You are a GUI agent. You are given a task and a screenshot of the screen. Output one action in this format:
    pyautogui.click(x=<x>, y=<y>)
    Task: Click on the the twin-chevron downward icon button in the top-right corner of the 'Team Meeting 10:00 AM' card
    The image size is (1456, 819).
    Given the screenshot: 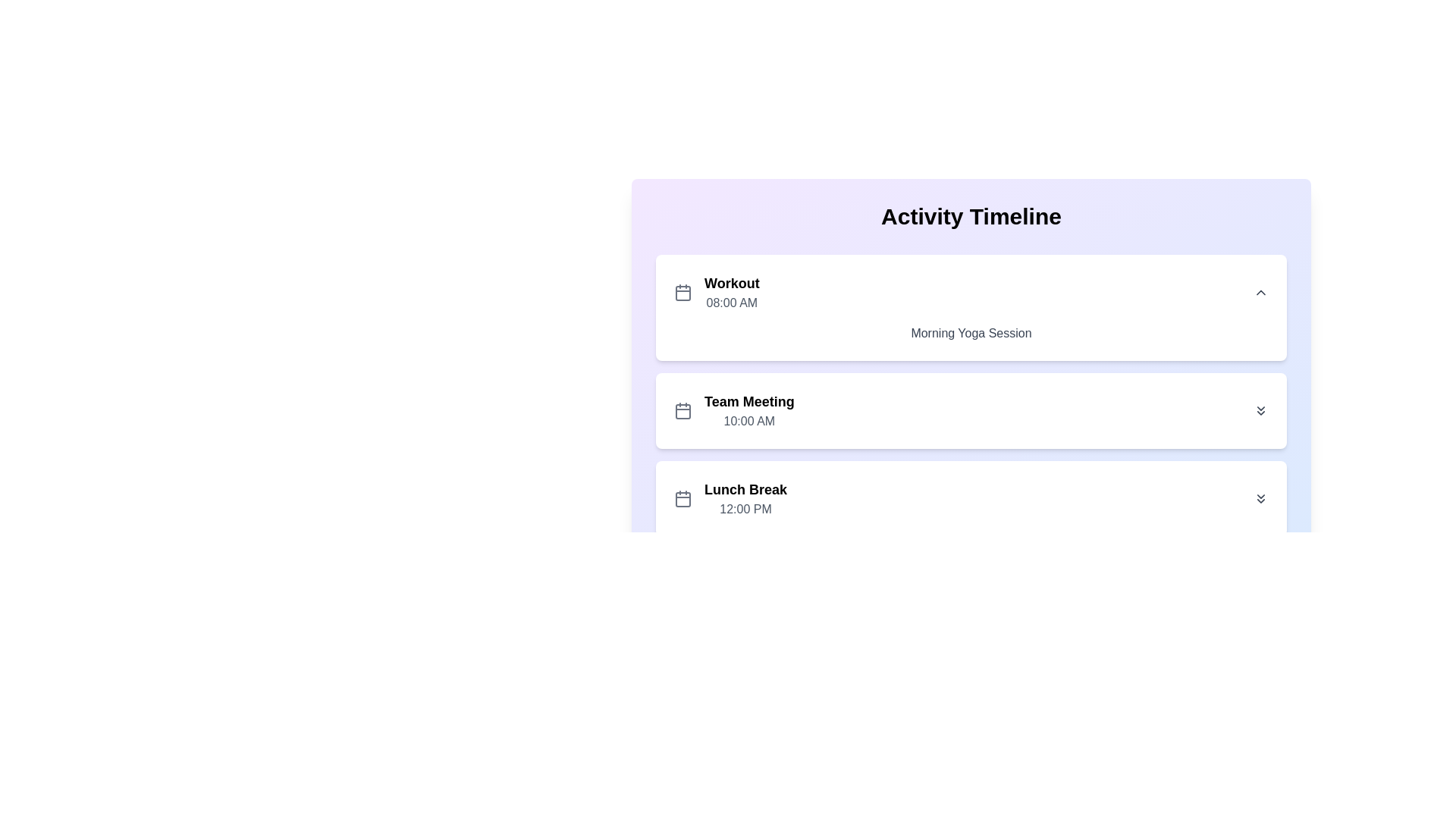 What is the action you would take?
    pyautogui.click(x=1260, y=411)
    